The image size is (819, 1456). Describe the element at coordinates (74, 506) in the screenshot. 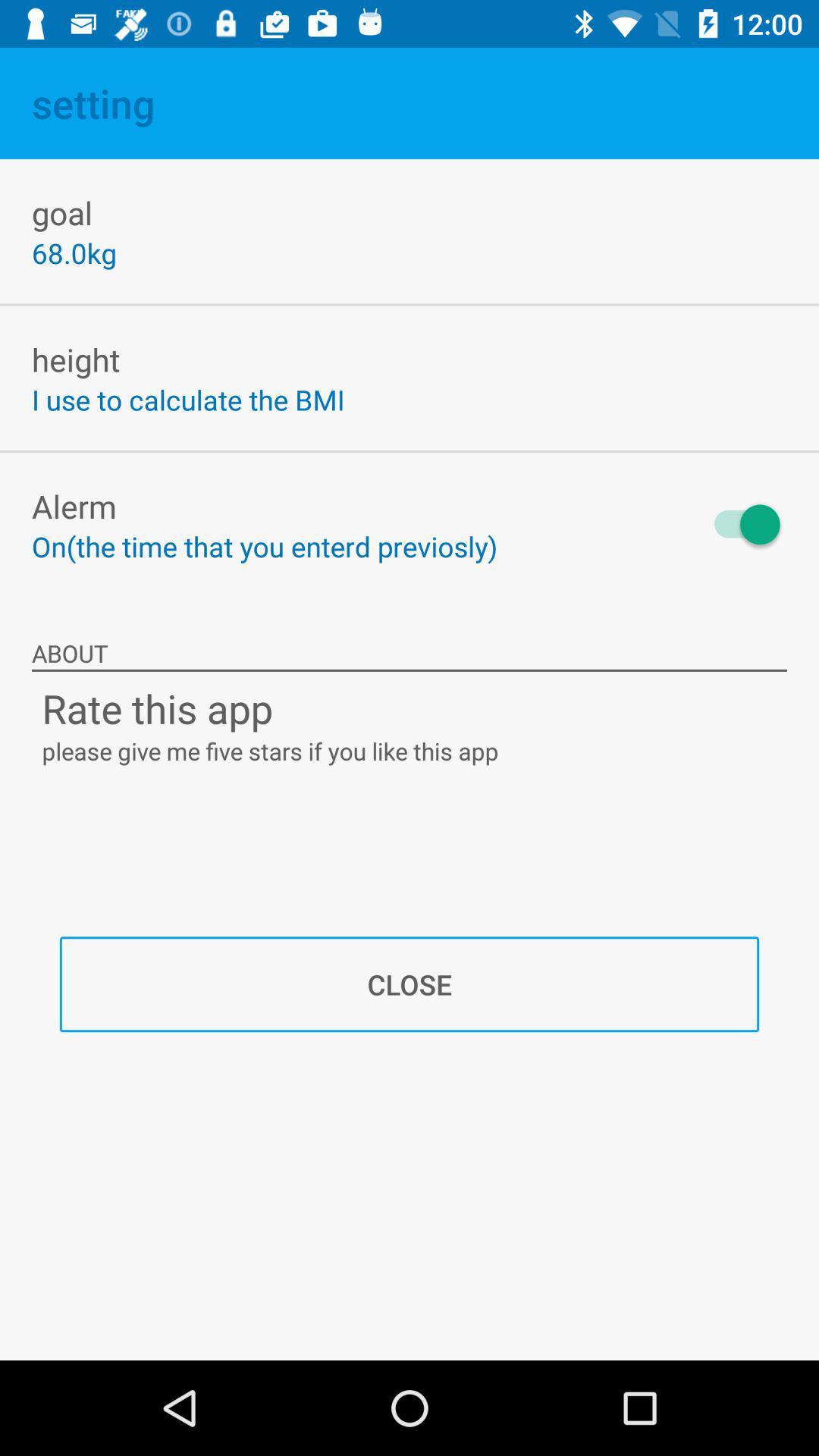

I see `the alerm icon` at that location.